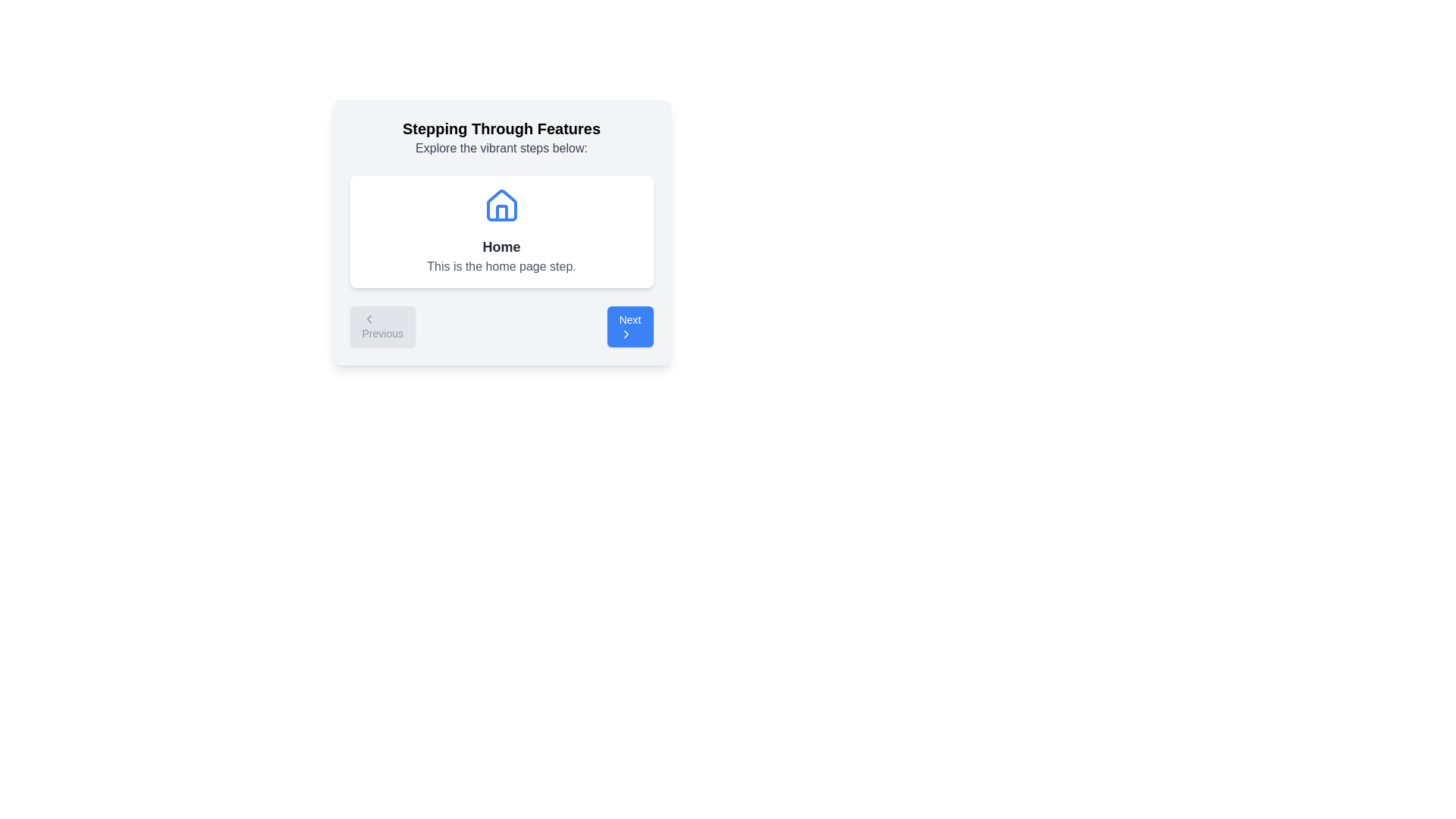  What do you see at coordinates (630, 326) in the screenshot?
I see `the rightmost button in the horizontal group of buttons at the bottom of the card` at bounding box center [630, 326].